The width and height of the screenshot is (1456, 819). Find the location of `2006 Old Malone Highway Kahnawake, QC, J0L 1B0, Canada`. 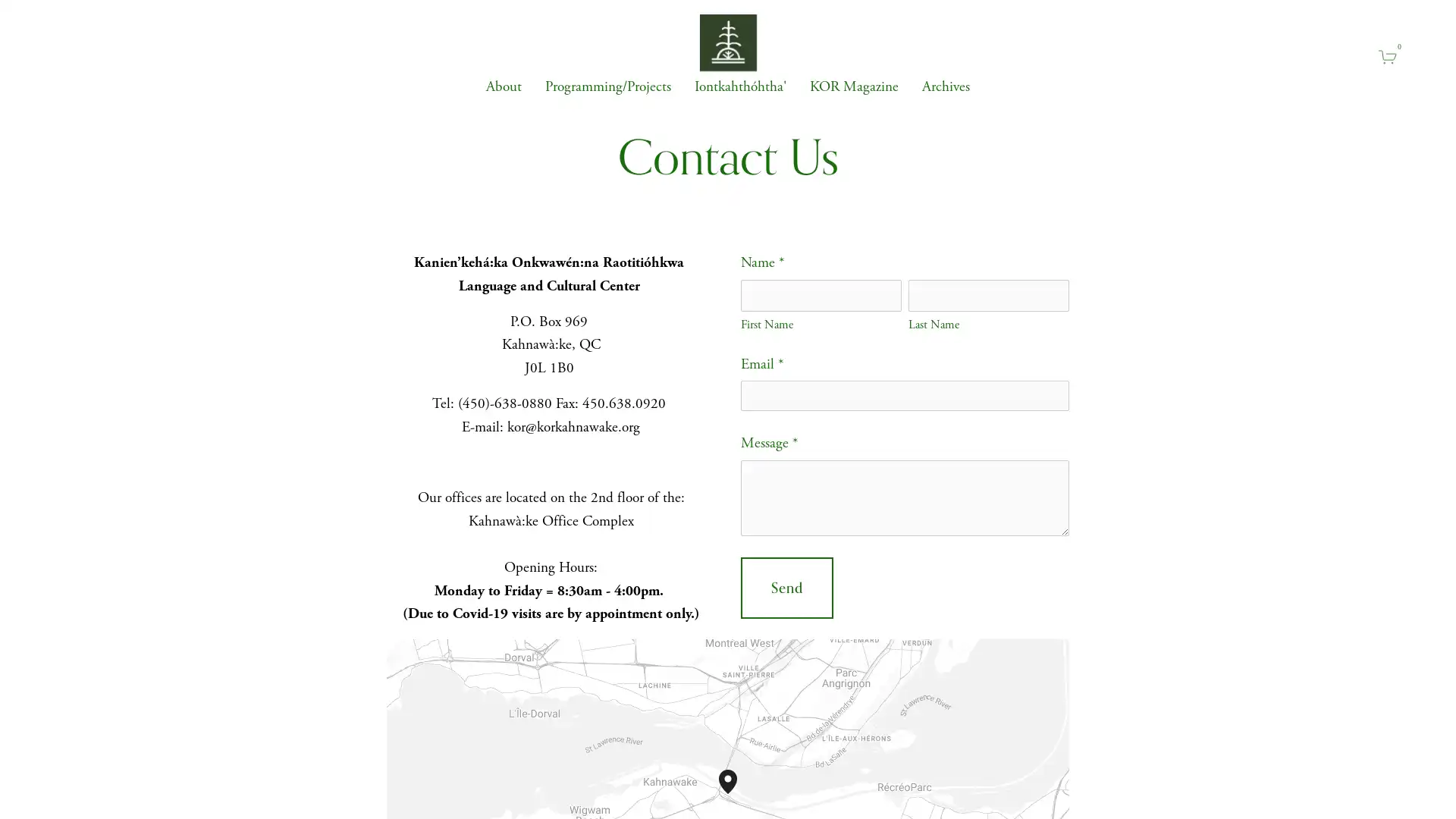

2006 Old Malone Highway Kahnawake, QC, J0L 1B0, Canada is located at coordinates (737, 792).